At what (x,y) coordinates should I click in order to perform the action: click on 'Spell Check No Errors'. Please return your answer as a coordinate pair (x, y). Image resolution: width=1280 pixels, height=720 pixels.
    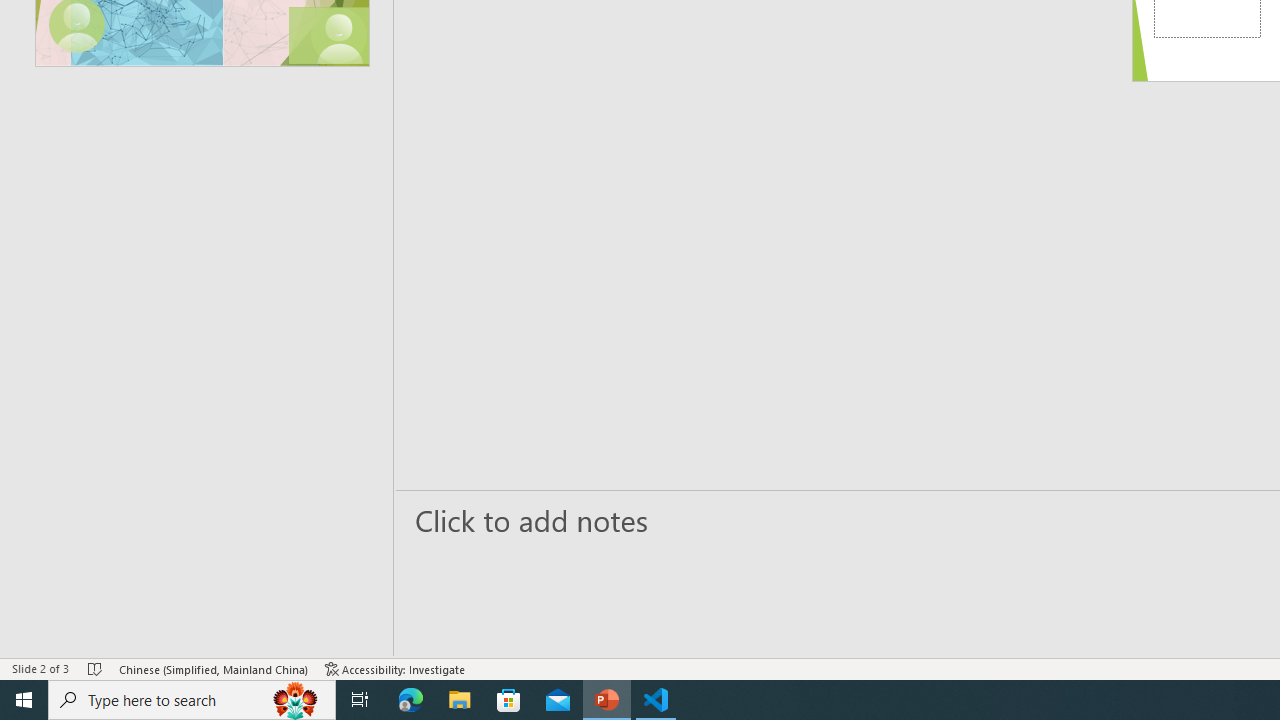
    Looking at the image, I should click on (95, 669).